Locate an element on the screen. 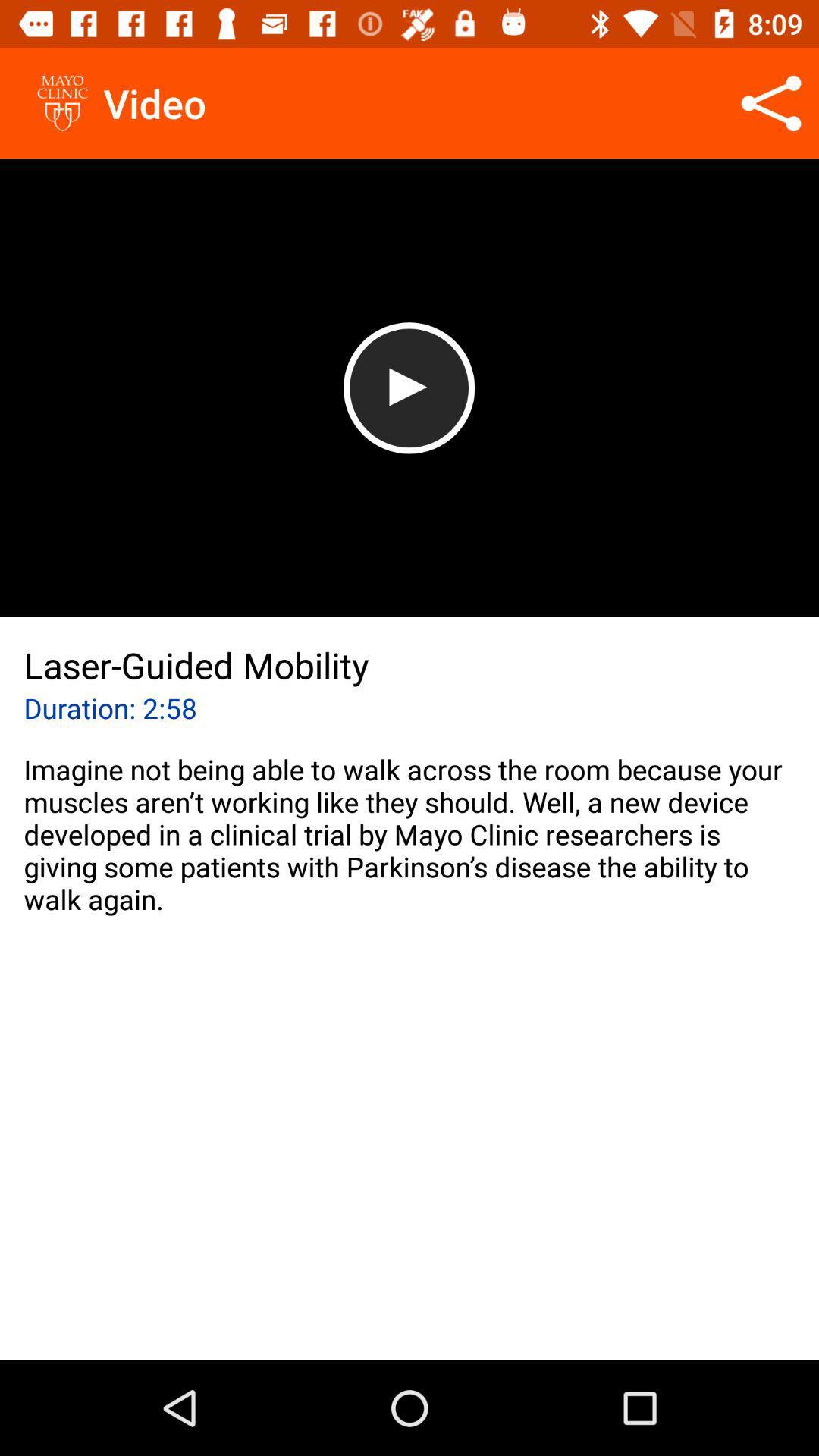 This screenshot has height=1456, width=819. the icon to the right of video item is located at coordinates (771, 102).